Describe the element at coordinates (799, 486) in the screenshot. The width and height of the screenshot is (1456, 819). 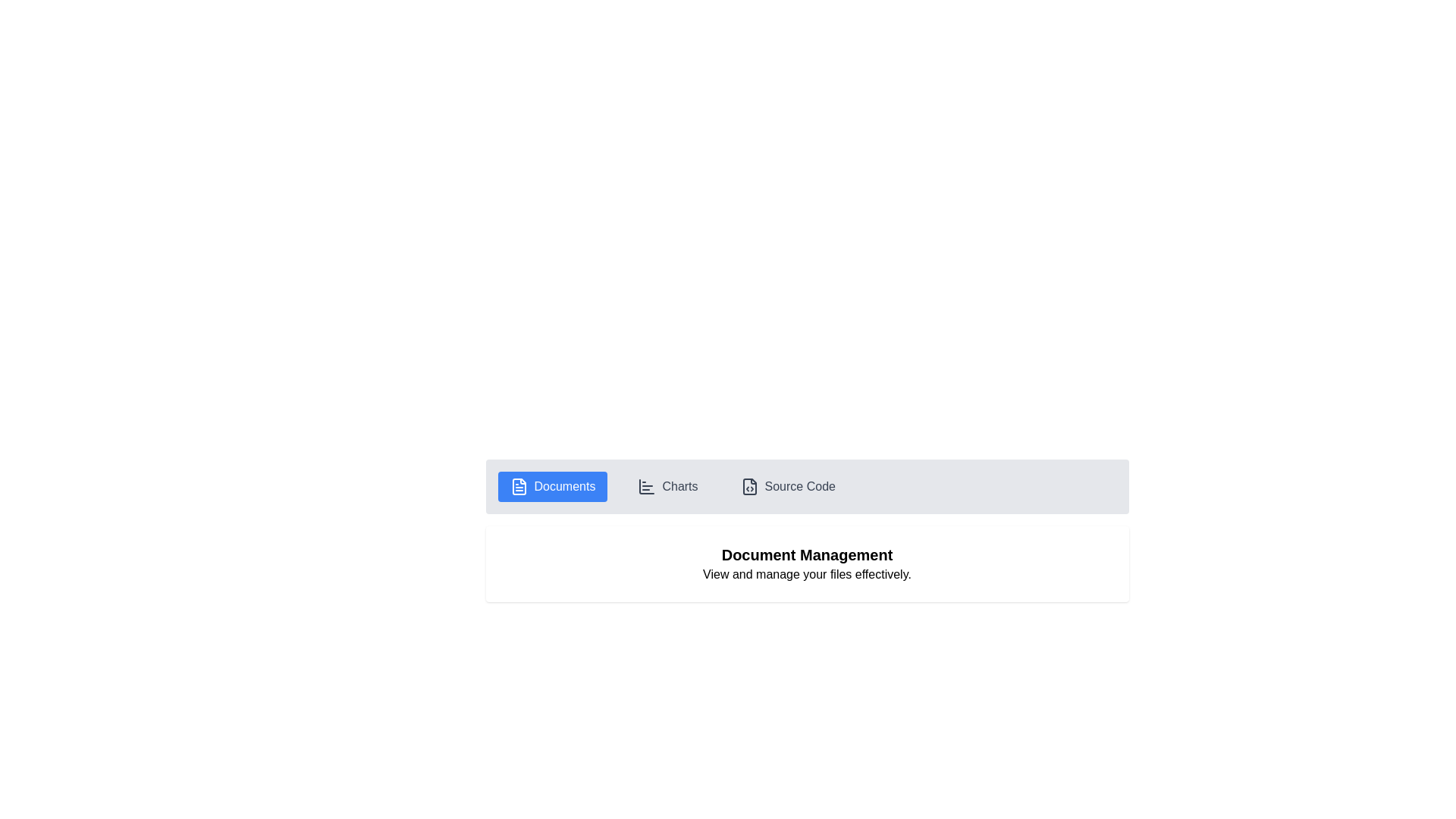
I see `the 'Source Code' label in the navigation bar` at that location.